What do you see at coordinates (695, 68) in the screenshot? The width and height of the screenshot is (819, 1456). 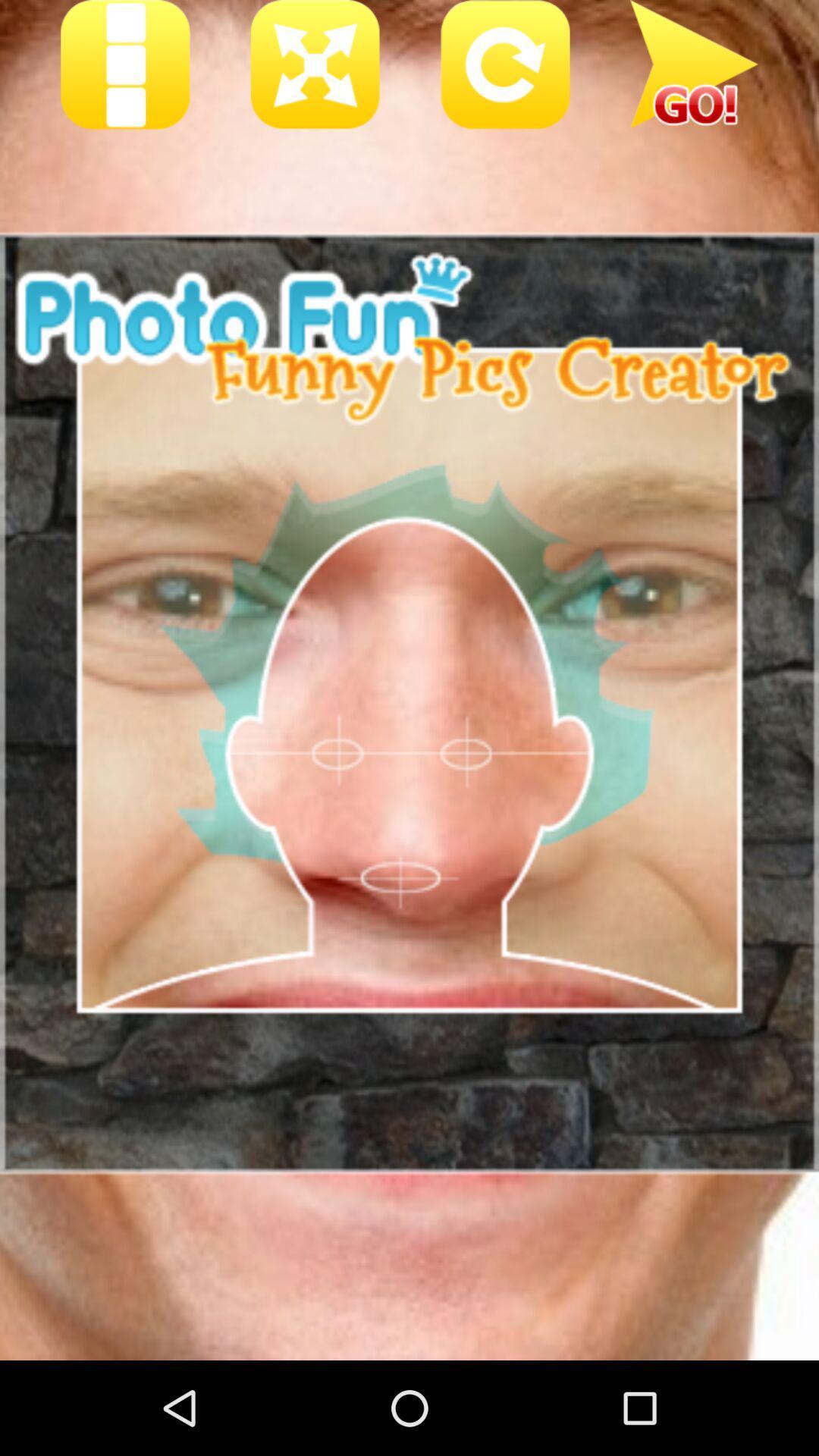 I see `the arrow_forward icon` at bounding box center [695, 68].